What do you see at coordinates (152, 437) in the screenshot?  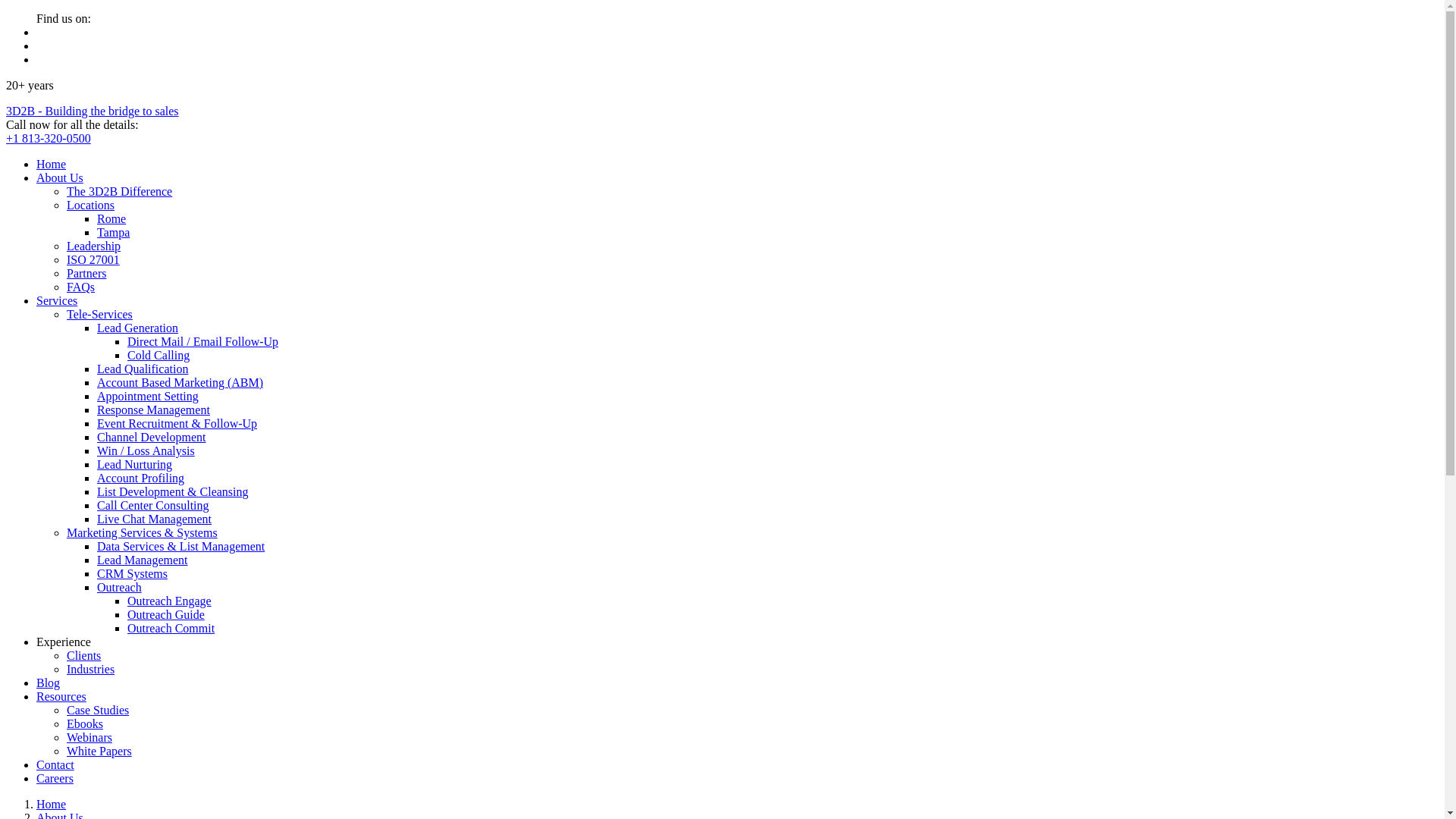 I see `'Channel Development'` at bounding box center [152, 437].